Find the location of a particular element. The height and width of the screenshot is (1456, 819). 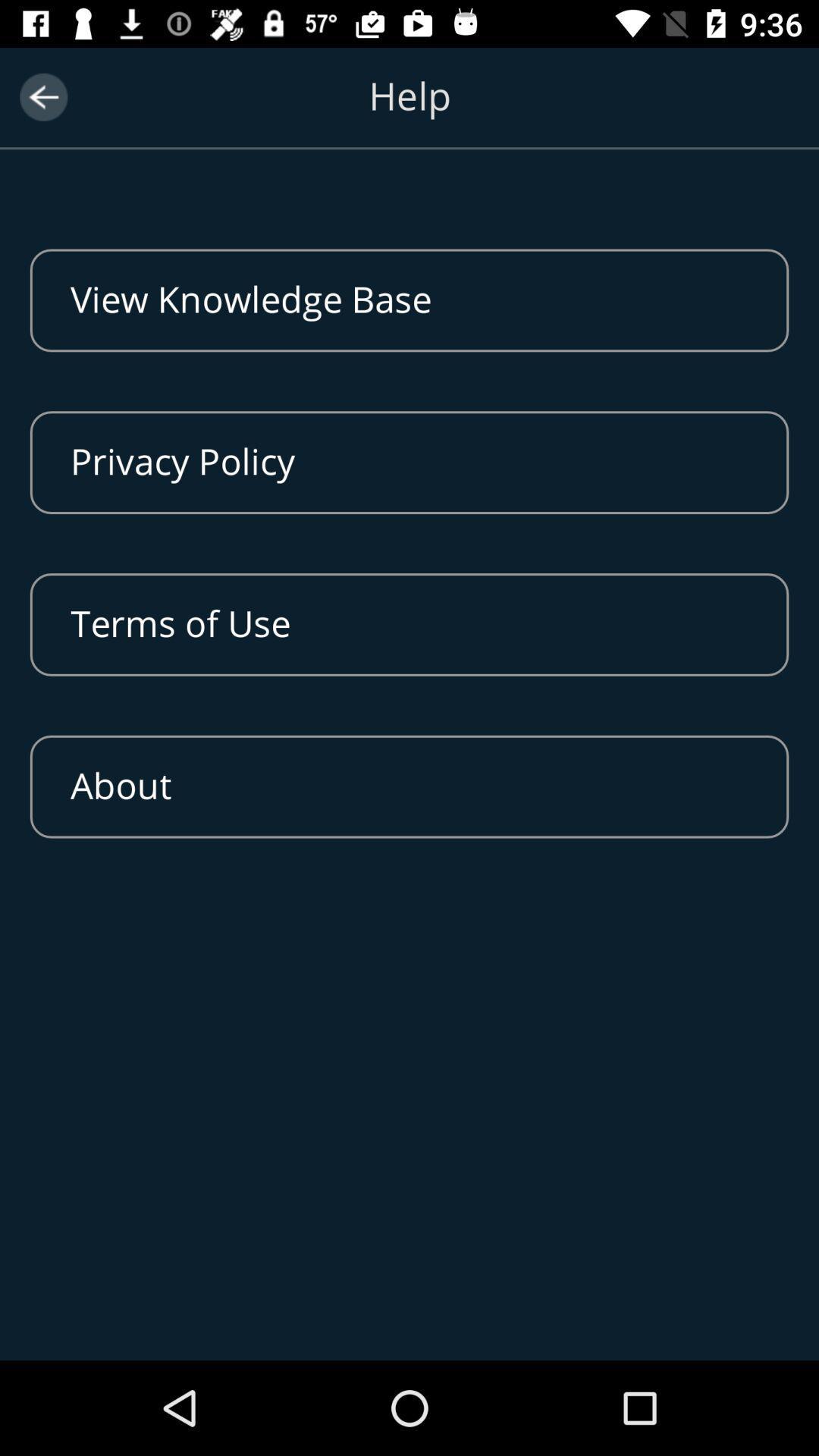

a button view knowledge base on page is located at coordinates (409, 300).